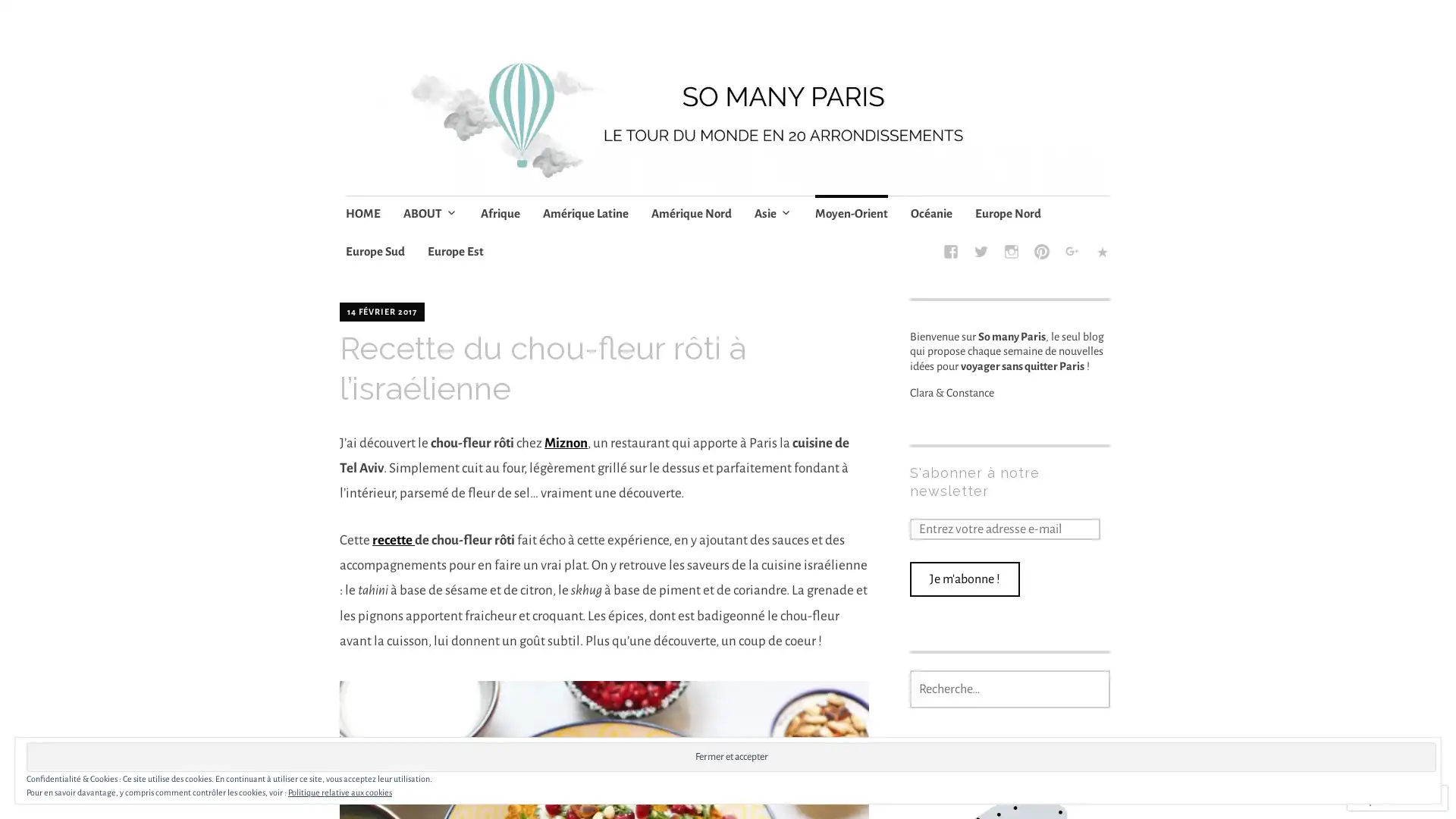  I want to click on Fermer et accepter, so click(731, 757).